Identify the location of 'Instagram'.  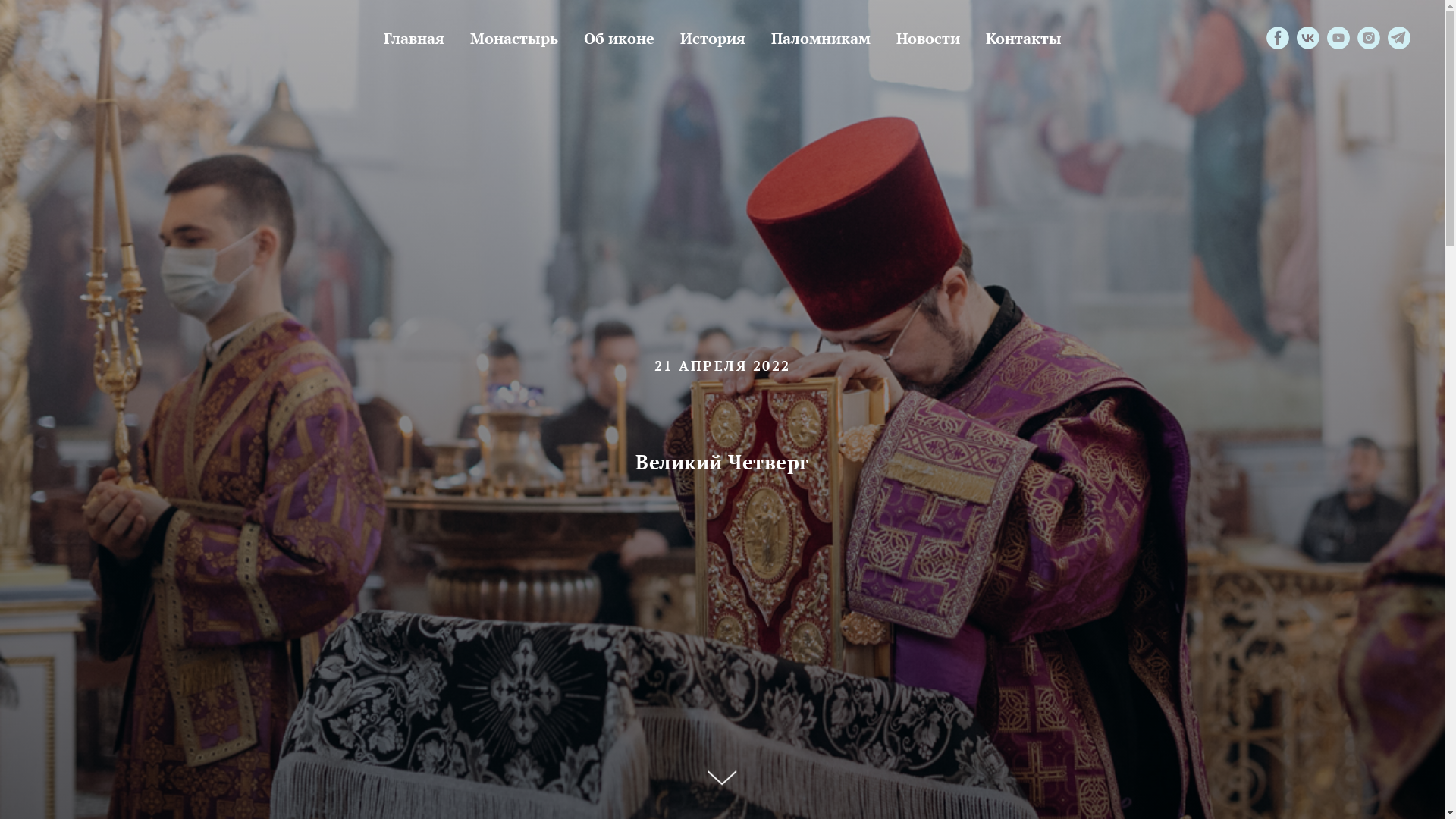
(1368, 37).